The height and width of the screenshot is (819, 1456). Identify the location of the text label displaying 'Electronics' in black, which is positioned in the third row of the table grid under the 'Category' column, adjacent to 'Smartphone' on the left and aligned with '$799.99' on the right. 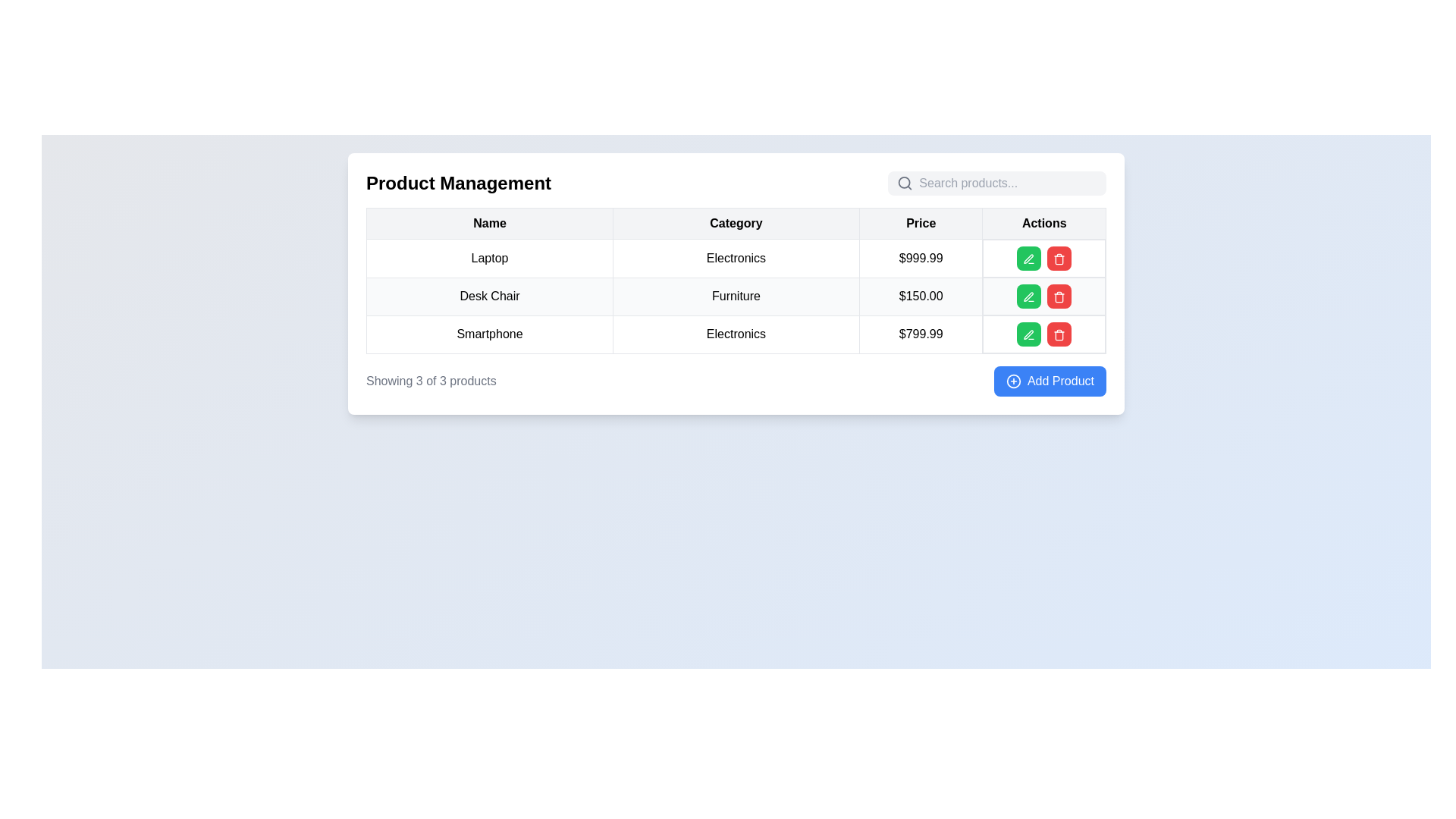
(736, 334).